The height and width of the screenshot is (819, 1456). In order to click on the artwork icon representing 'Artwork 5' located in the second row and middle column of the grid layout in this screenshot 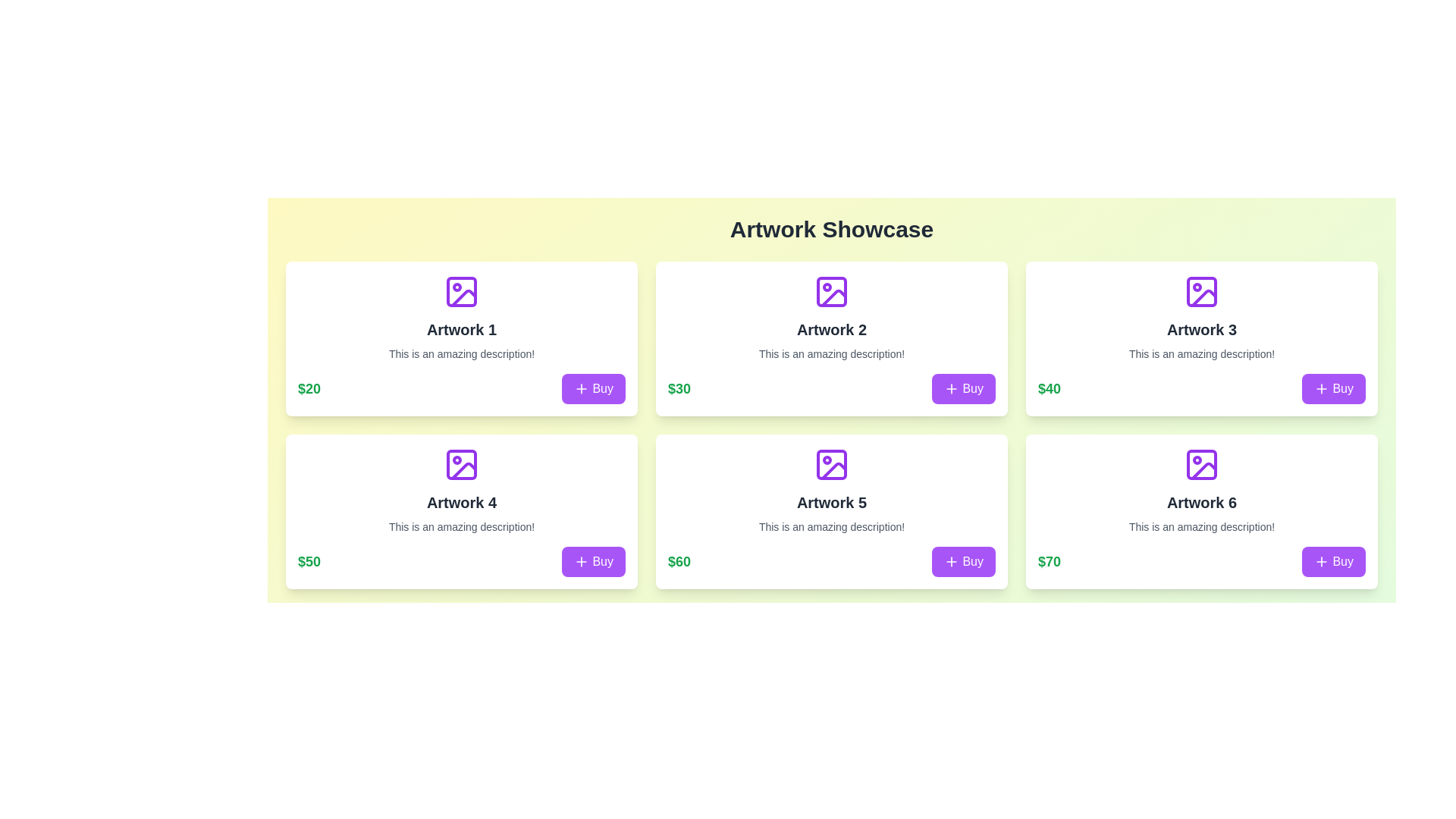, I will do `click(831, 464)`.